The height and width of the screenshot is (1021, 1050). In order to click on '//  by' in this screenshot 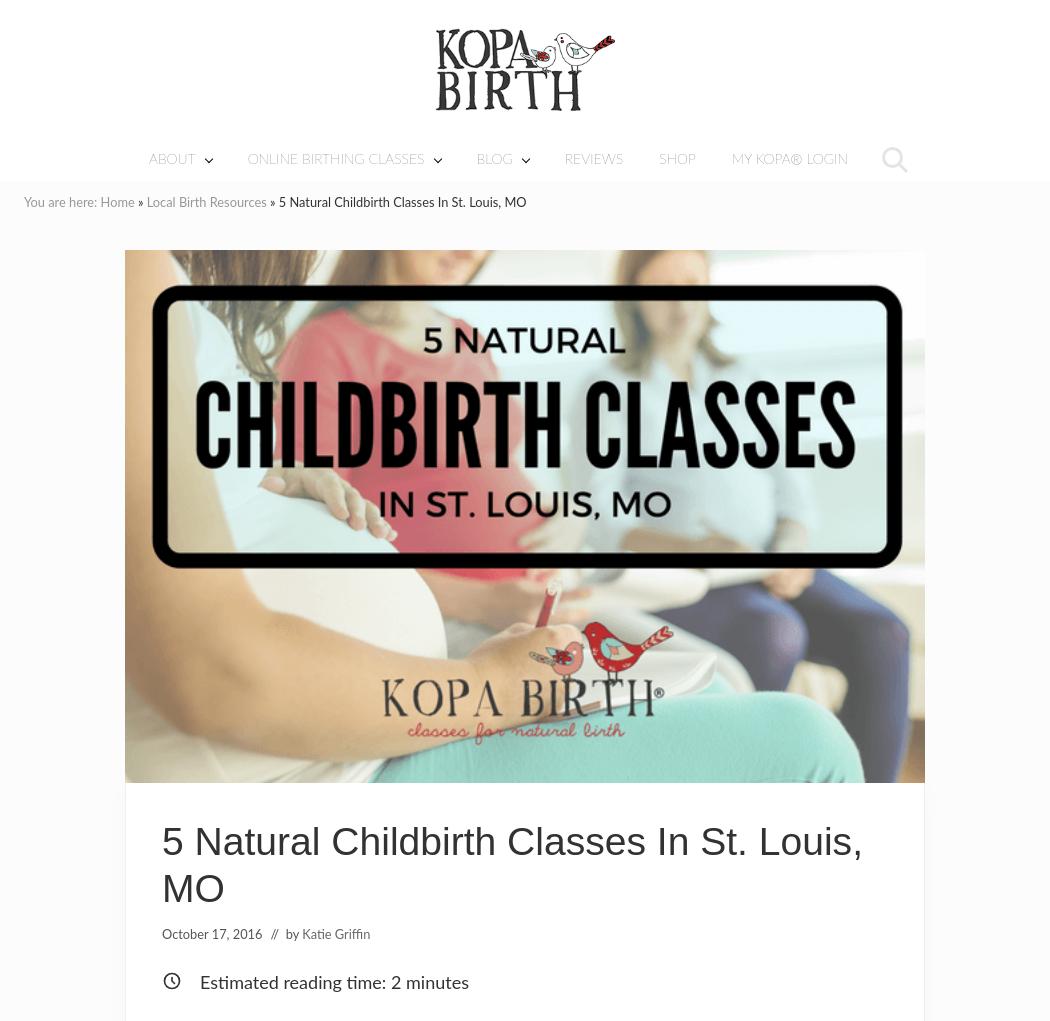, I will do `click(285, 934)`.